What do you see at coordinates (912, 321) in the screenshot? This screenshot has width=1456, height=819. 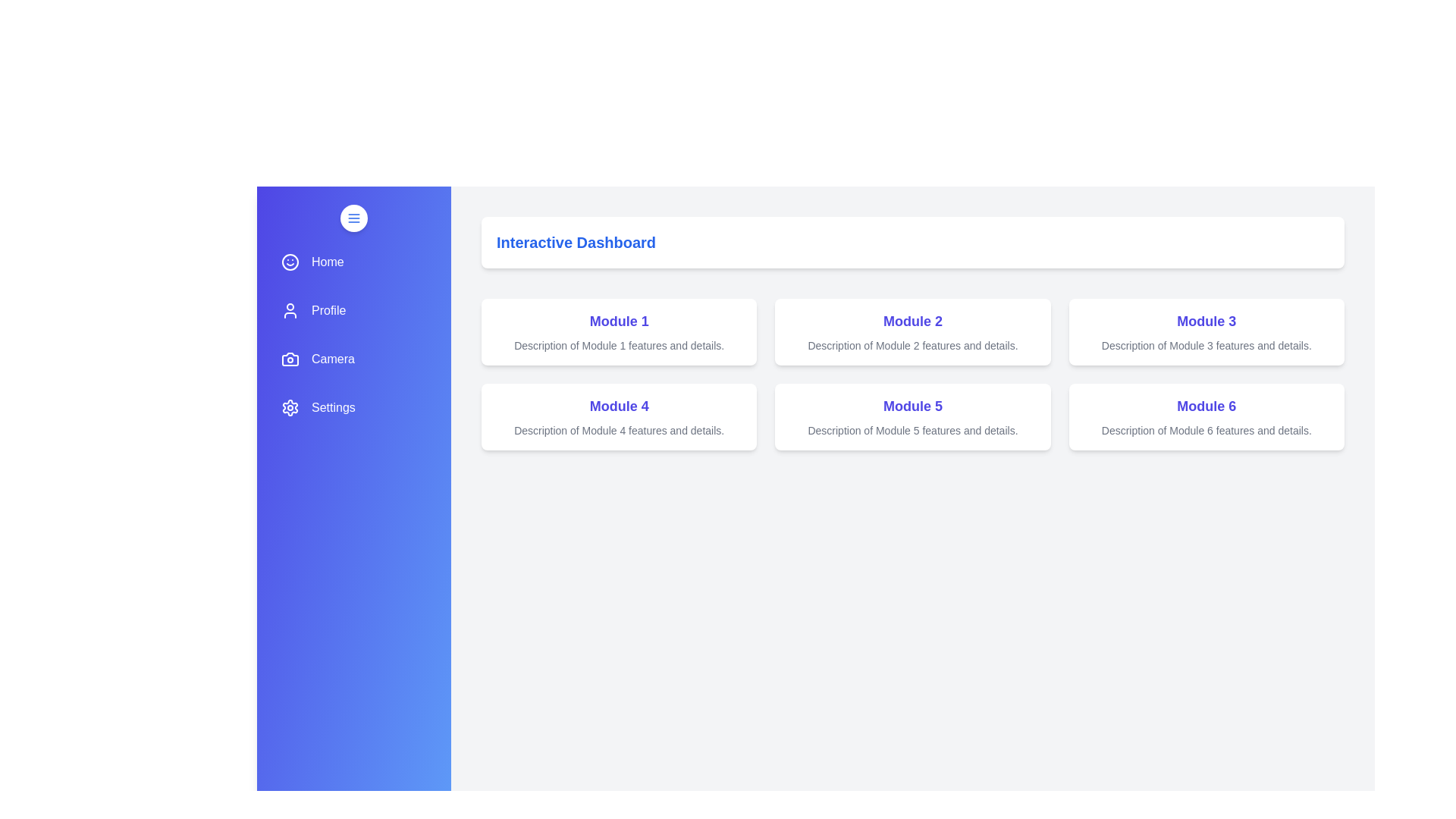 I see `the text label that serves as the title or name of the module in the second card of a horizontally-aligned list` at bounding box center [912, 321].